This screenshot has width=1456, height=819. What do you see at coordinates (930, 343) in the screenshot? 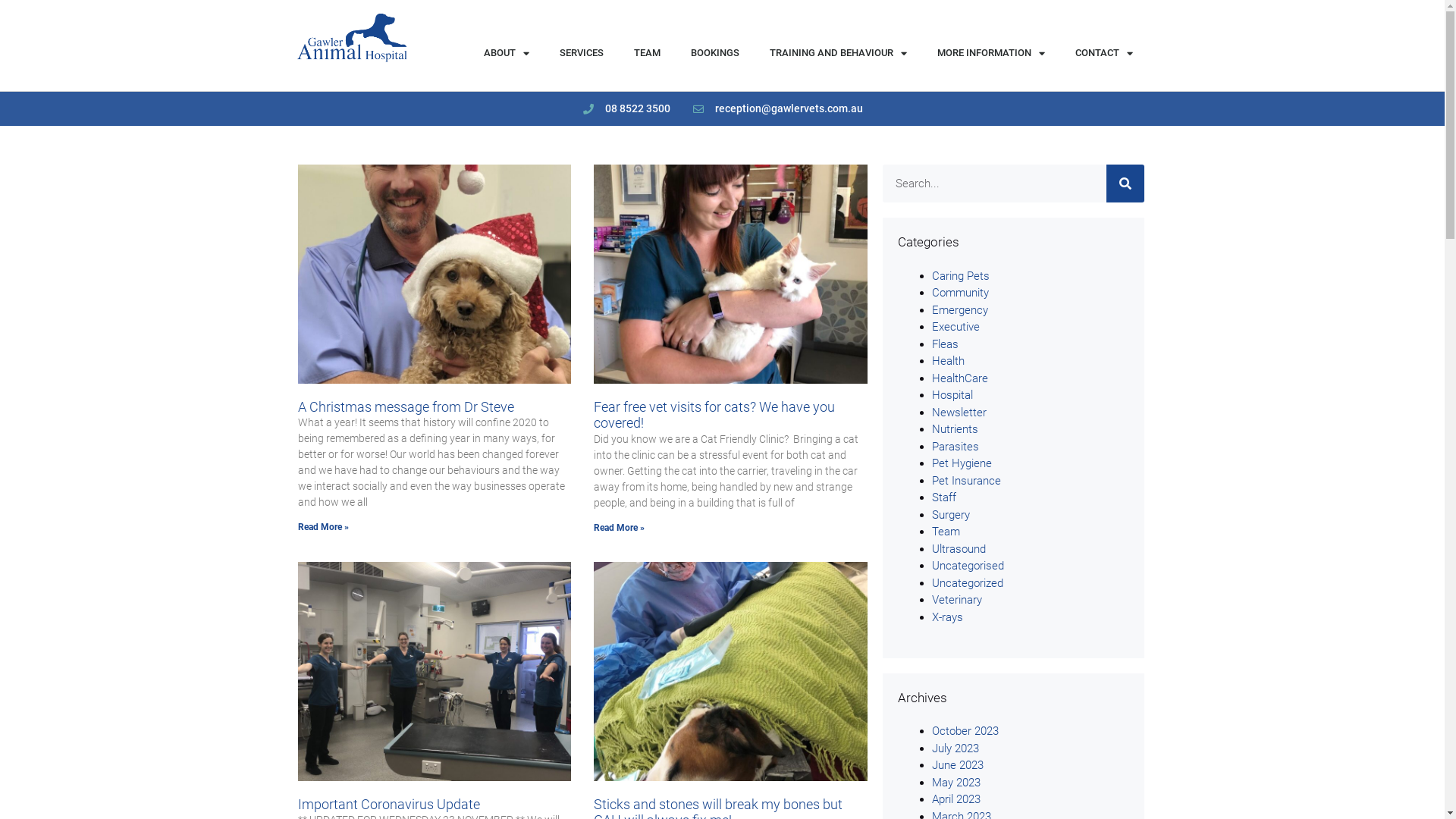
I see `'Fleas'` at bounding box center [930, 343].